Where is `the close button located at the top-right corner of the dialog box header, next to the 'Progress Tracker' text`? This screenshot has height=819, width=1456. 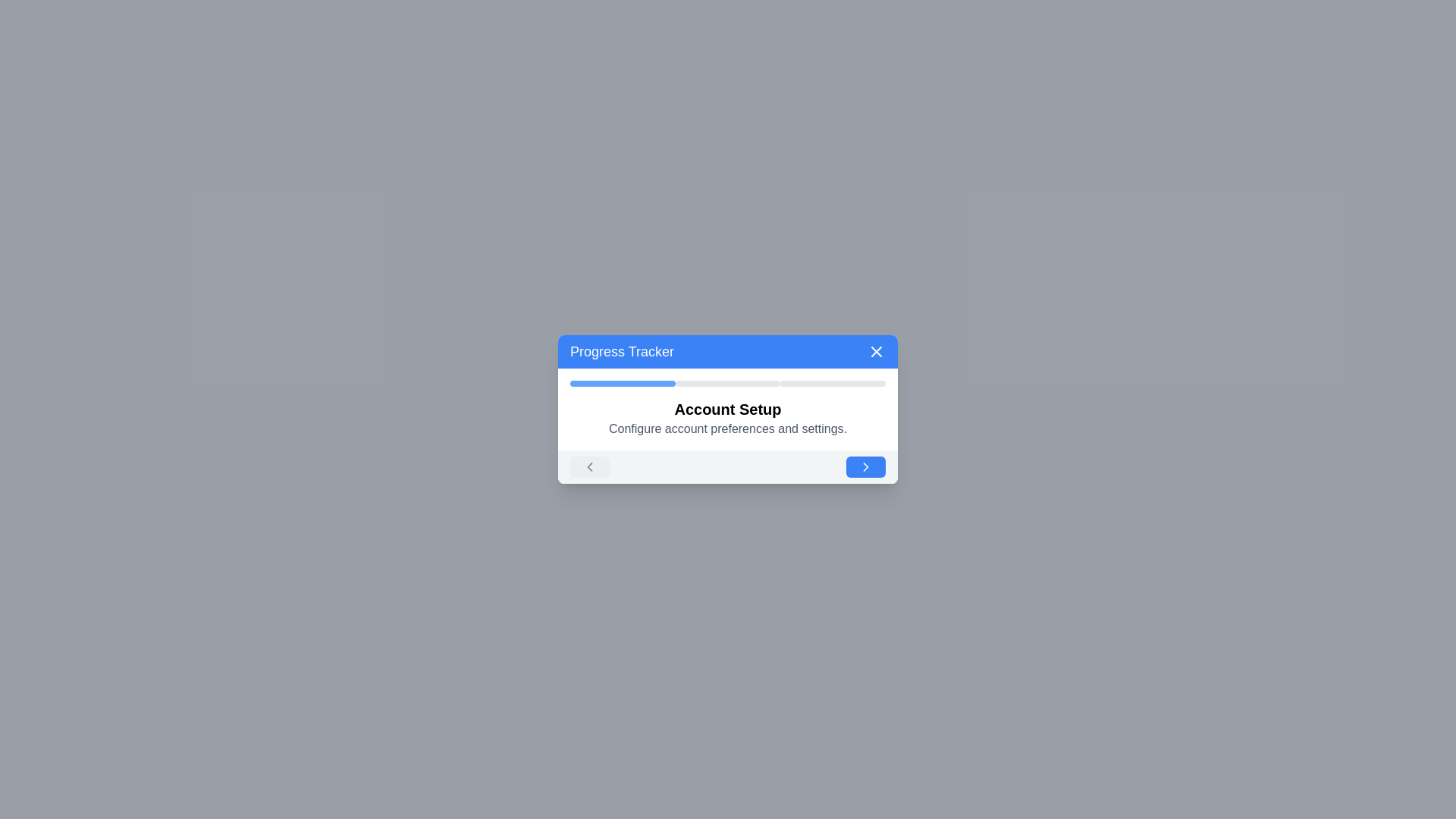 the close button located at the top-right corner of the dialog box header, next to the 'Progress Tracker' text is located at coordinates (877, 351).